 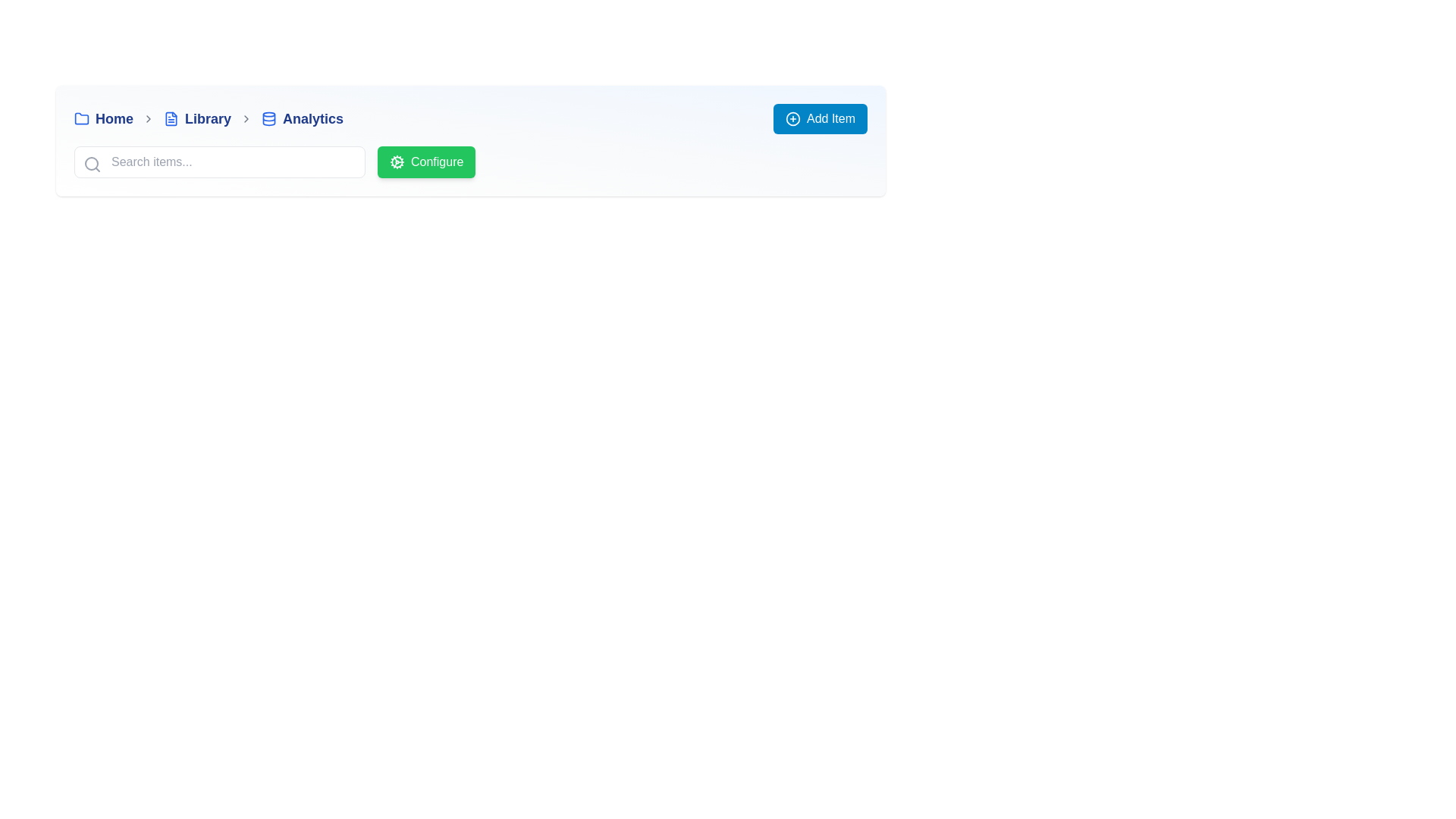 What do you see at coordinates (792, 118) in the screenshot?
I see `the decorative circle within the icon located to the left of the blue 'Add Item' button at the top-right section of the UI` at bounding box center [792, 118].